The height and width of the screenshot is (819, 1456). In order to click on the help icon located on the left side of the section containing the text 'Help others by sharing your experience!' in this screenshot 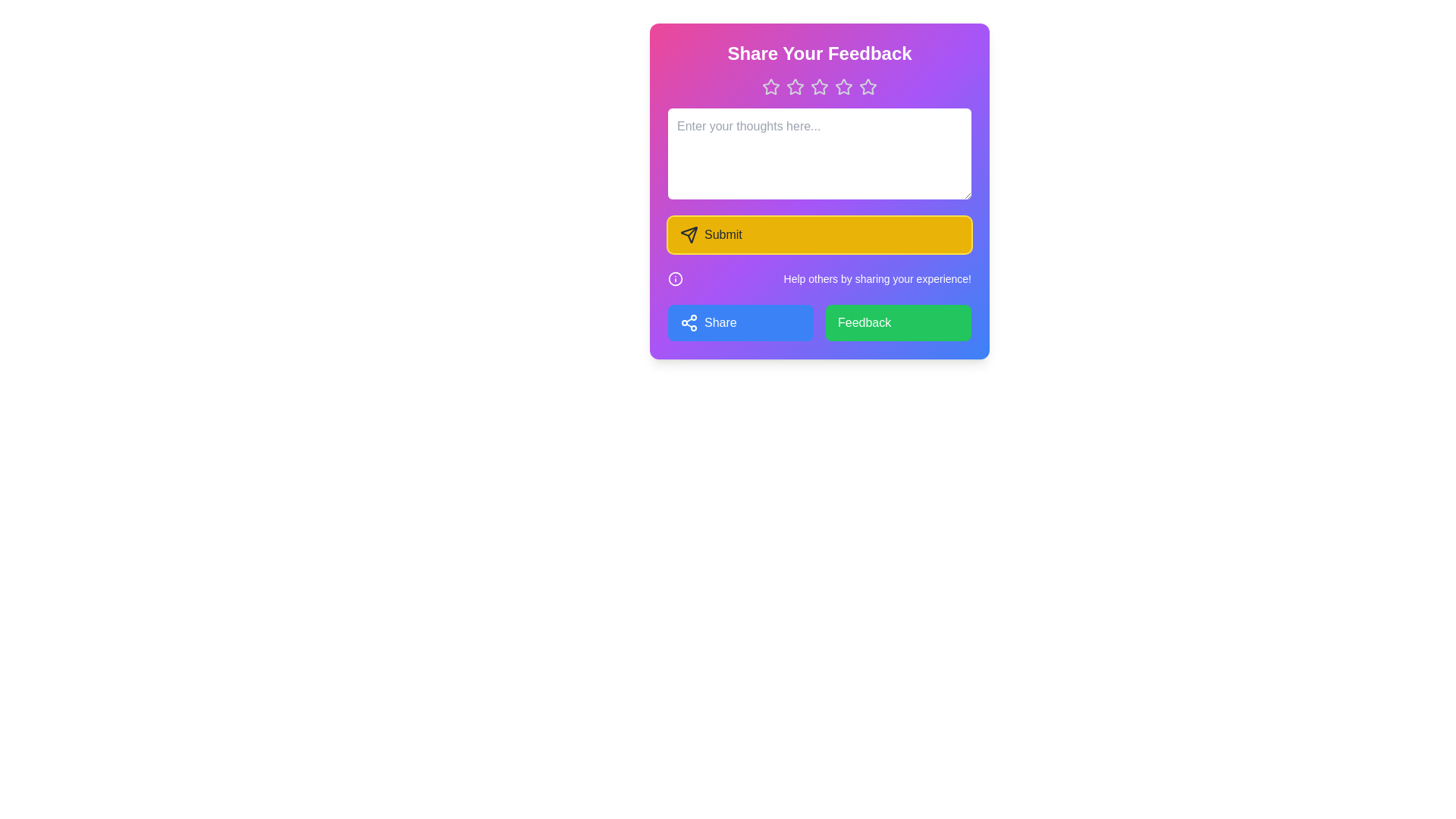, I will do `click(675, 278)`.